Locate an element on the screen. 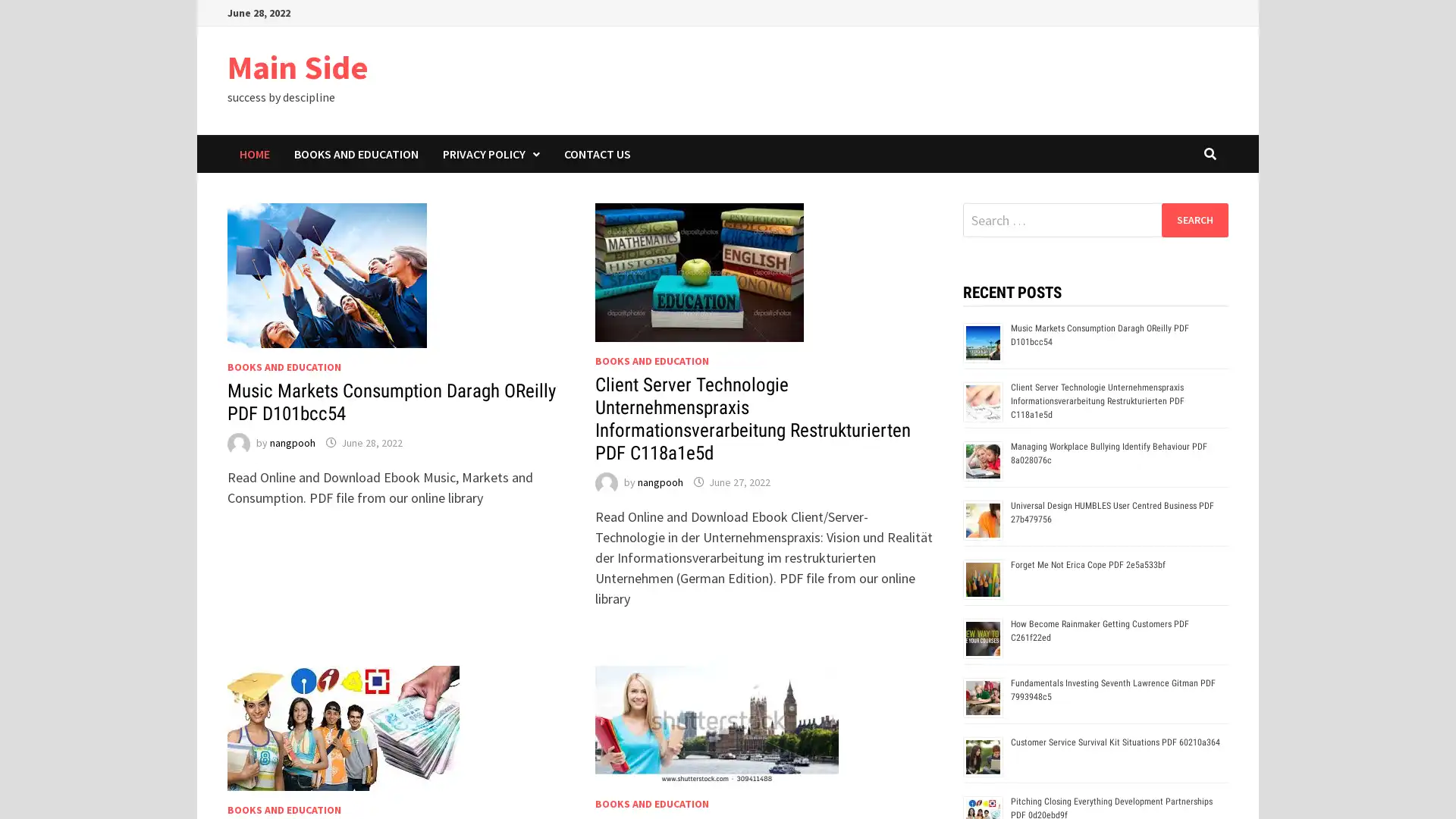  Search is located at coordinates (1194, 219).